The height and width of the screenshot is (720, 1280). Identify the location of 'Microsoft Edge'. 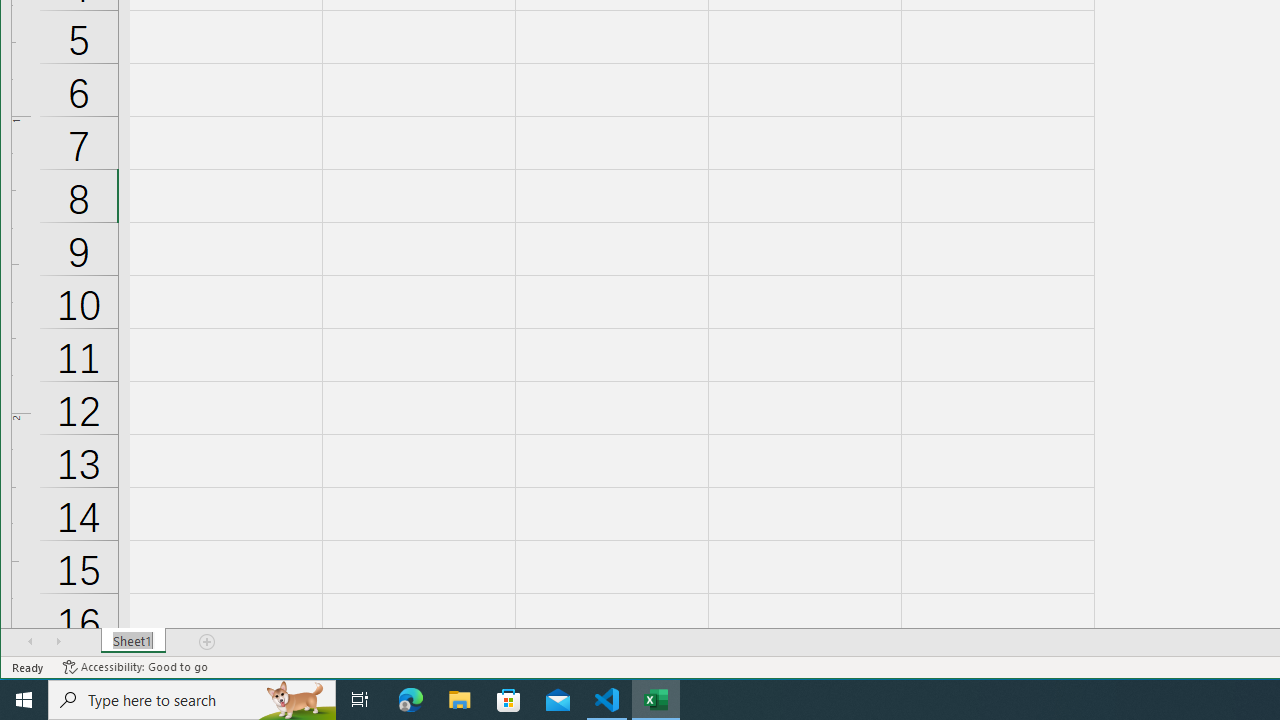
(410, 698).